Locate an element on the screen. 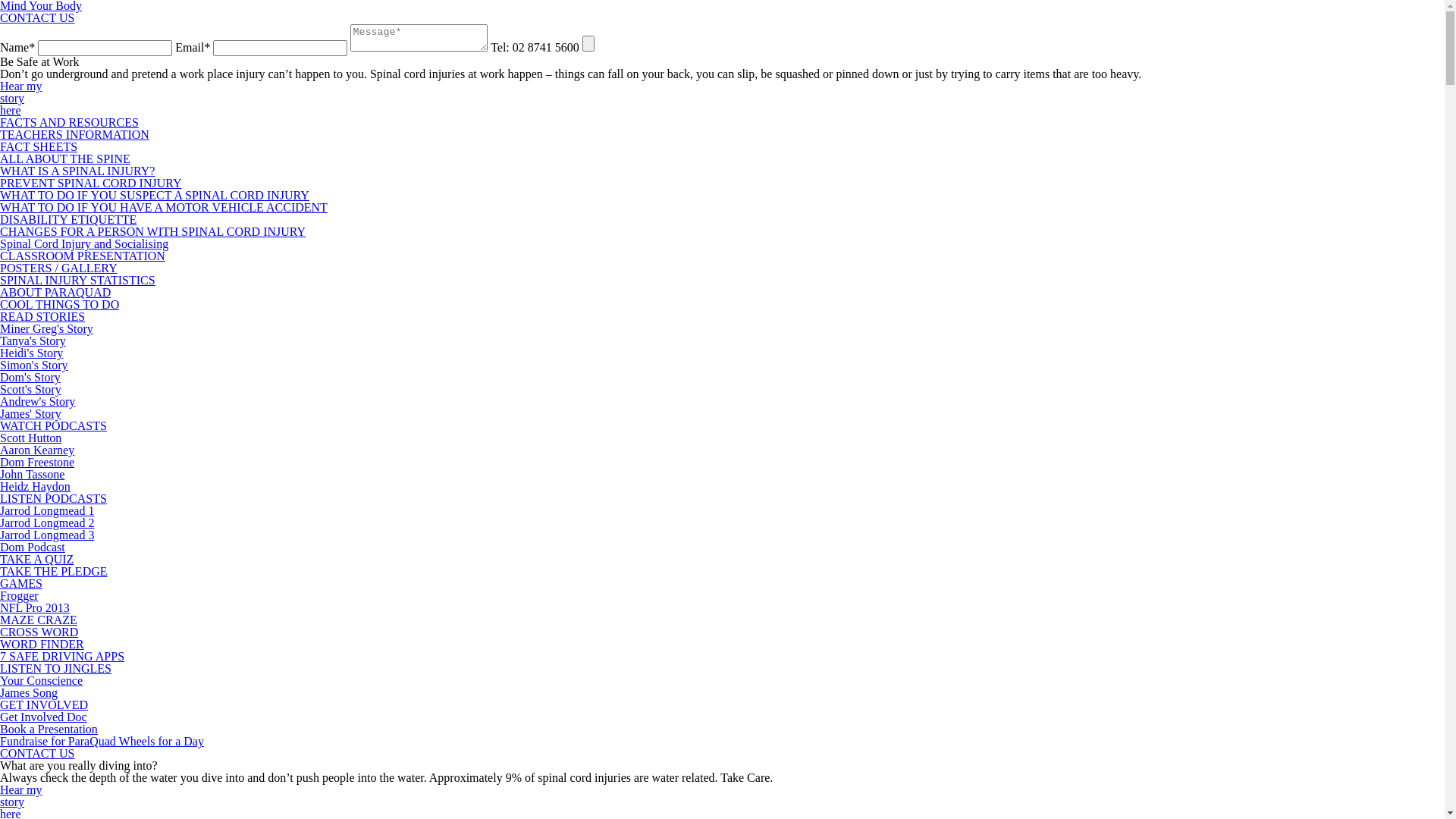 The width and height of the screenshot is (1456, 819). 'Jarrod Longmead 2' is located at coordinates (47, 522).